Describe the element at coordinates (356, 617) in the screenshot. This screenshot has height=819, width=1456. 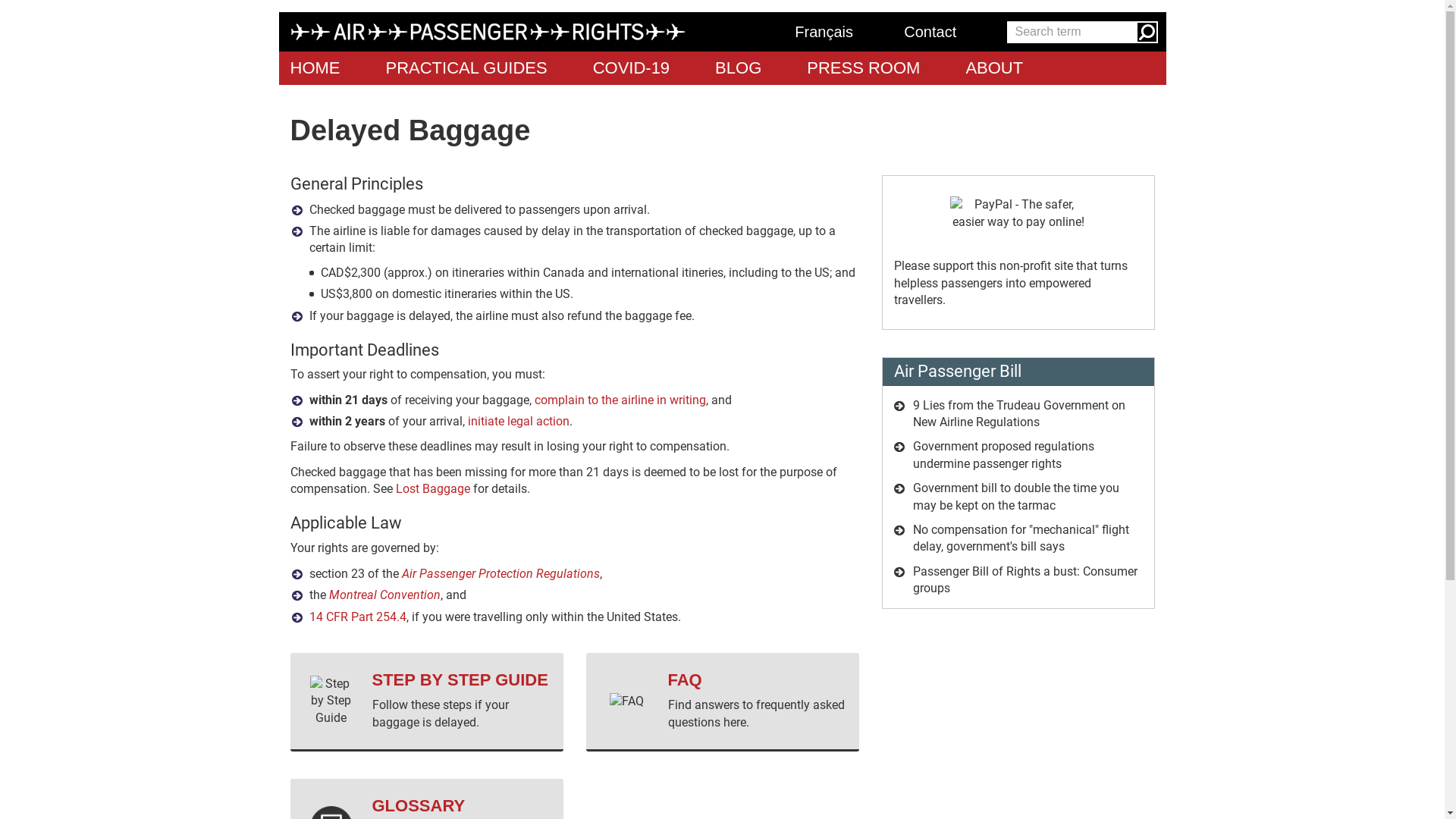
I see `'14 CFR Part 254.4'` at that location.